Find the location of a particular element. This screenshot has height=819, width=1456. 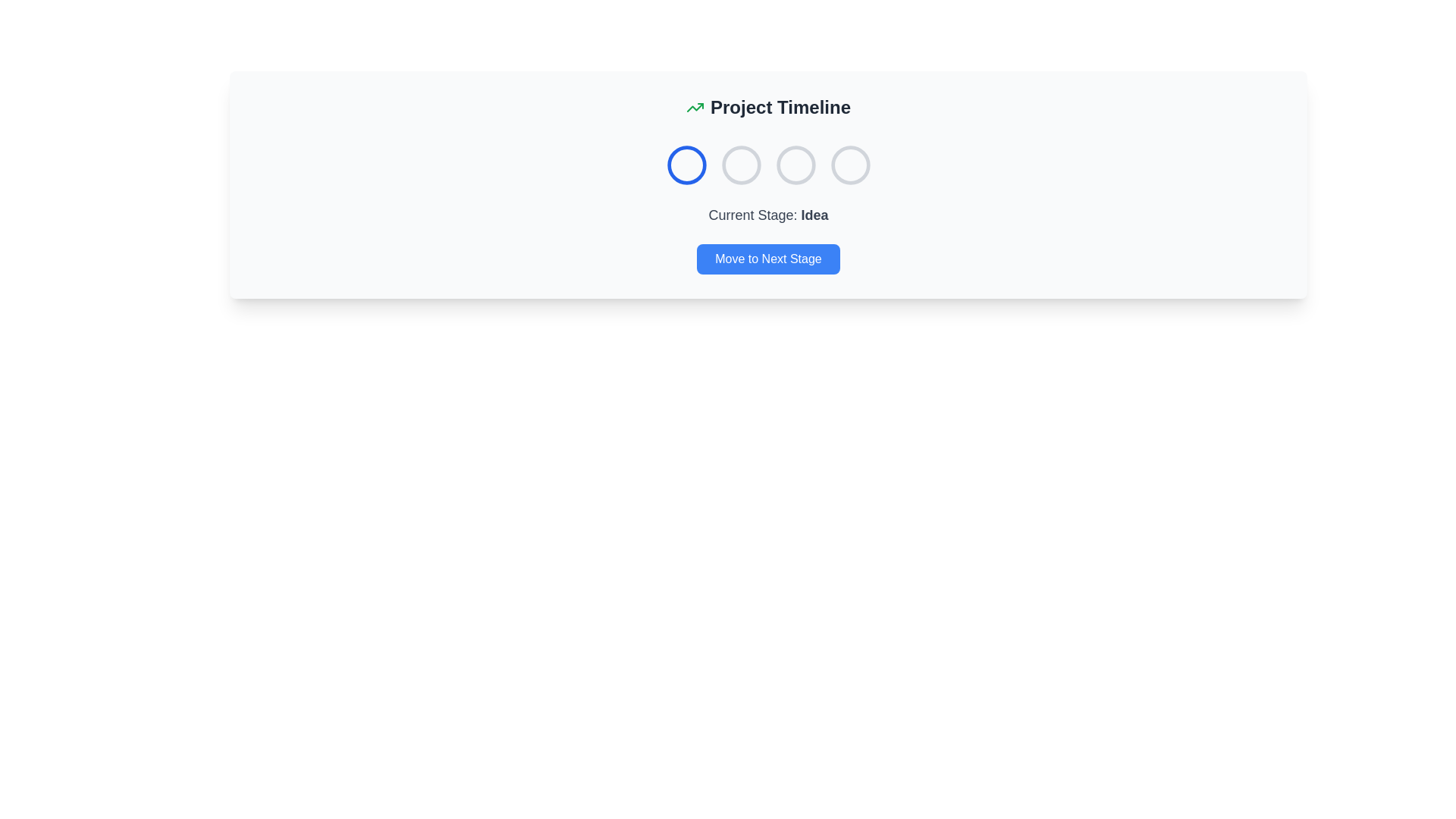

the informative label that reads 'Current Stage: Idea', emphasizing the bold text 'Idea', located centrally under the progress stage icons and above the 'Move to Next Stage' button is located at coordinates (768, 215).